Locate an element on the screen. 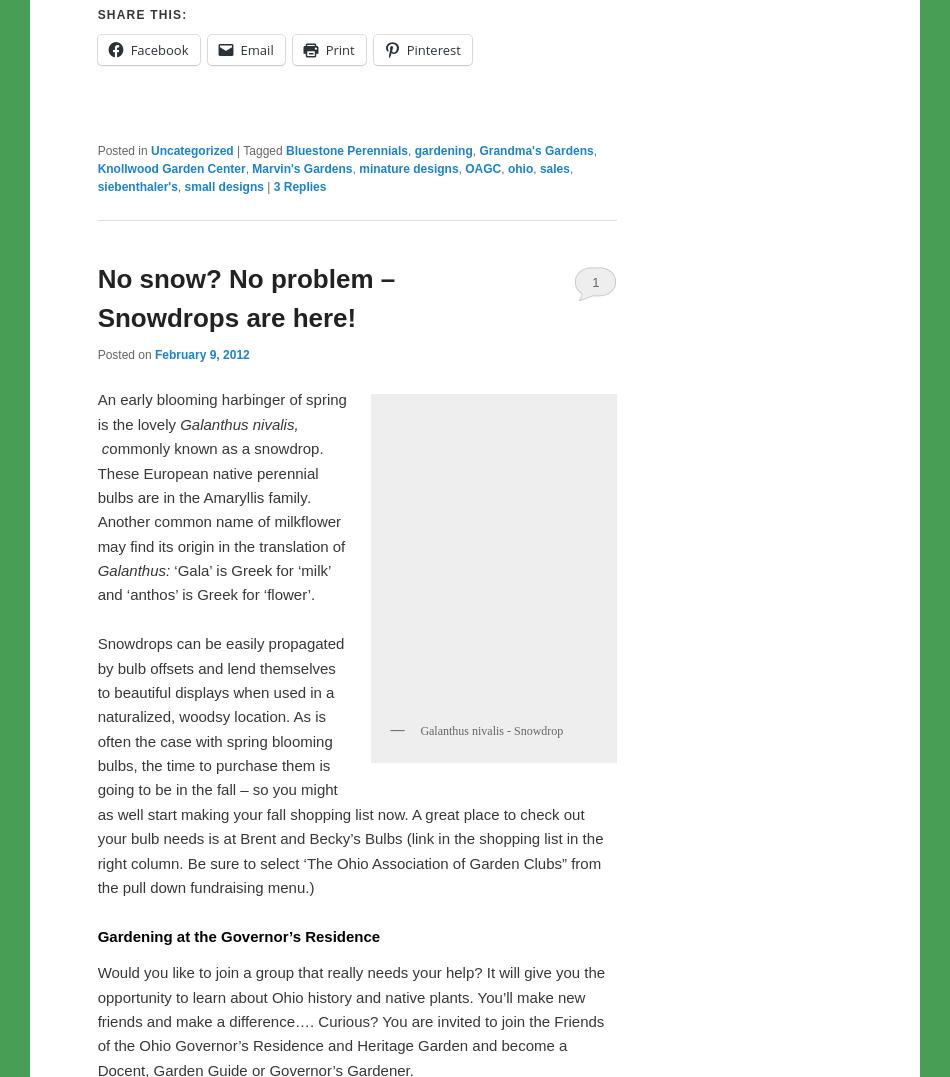  'February 9, 2012' is located at coordinates (201, 403).